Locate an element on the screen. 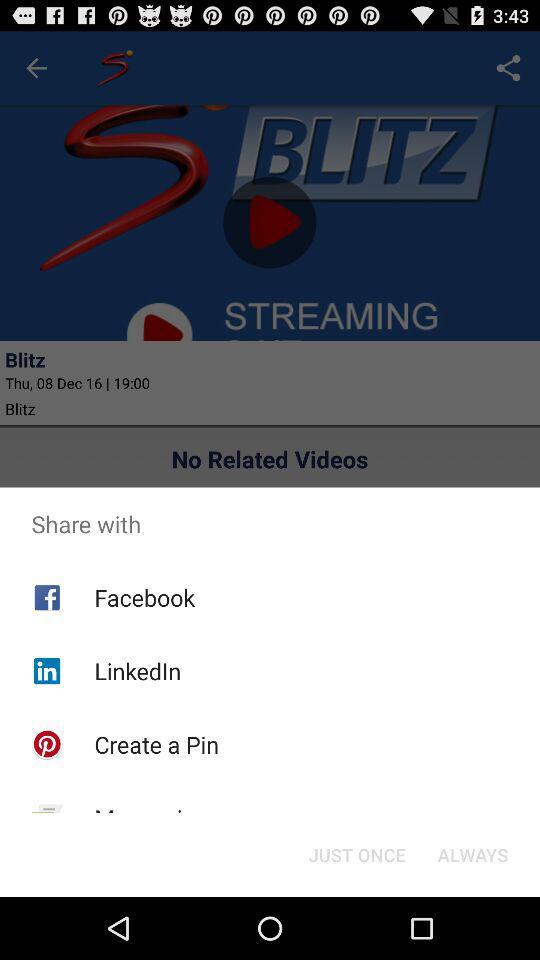  the button to the right of just once button is located at coordinates (472, 853).